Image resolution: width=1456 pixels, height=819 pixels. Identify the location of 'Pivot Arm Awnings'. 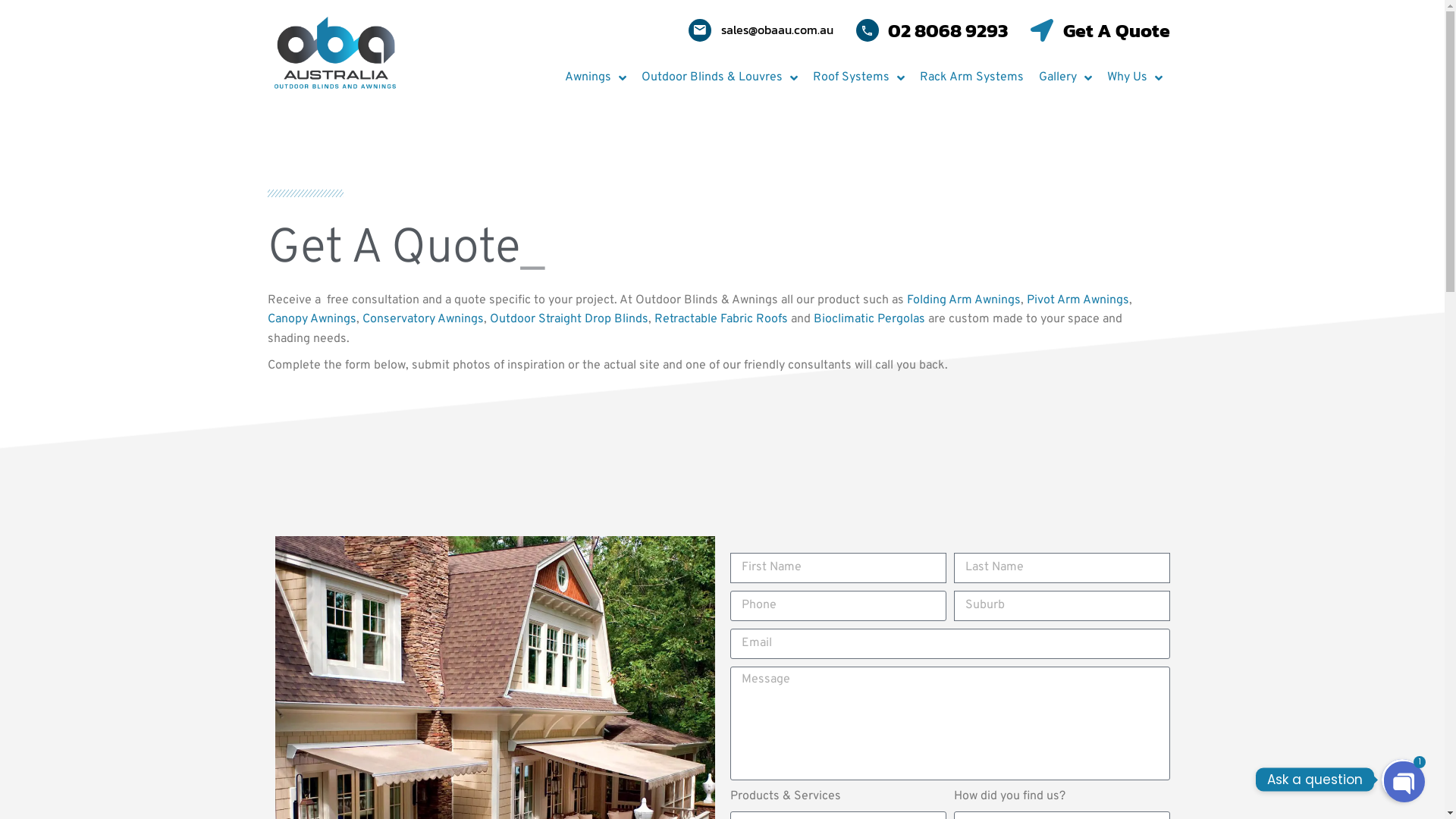
(1077, 300).